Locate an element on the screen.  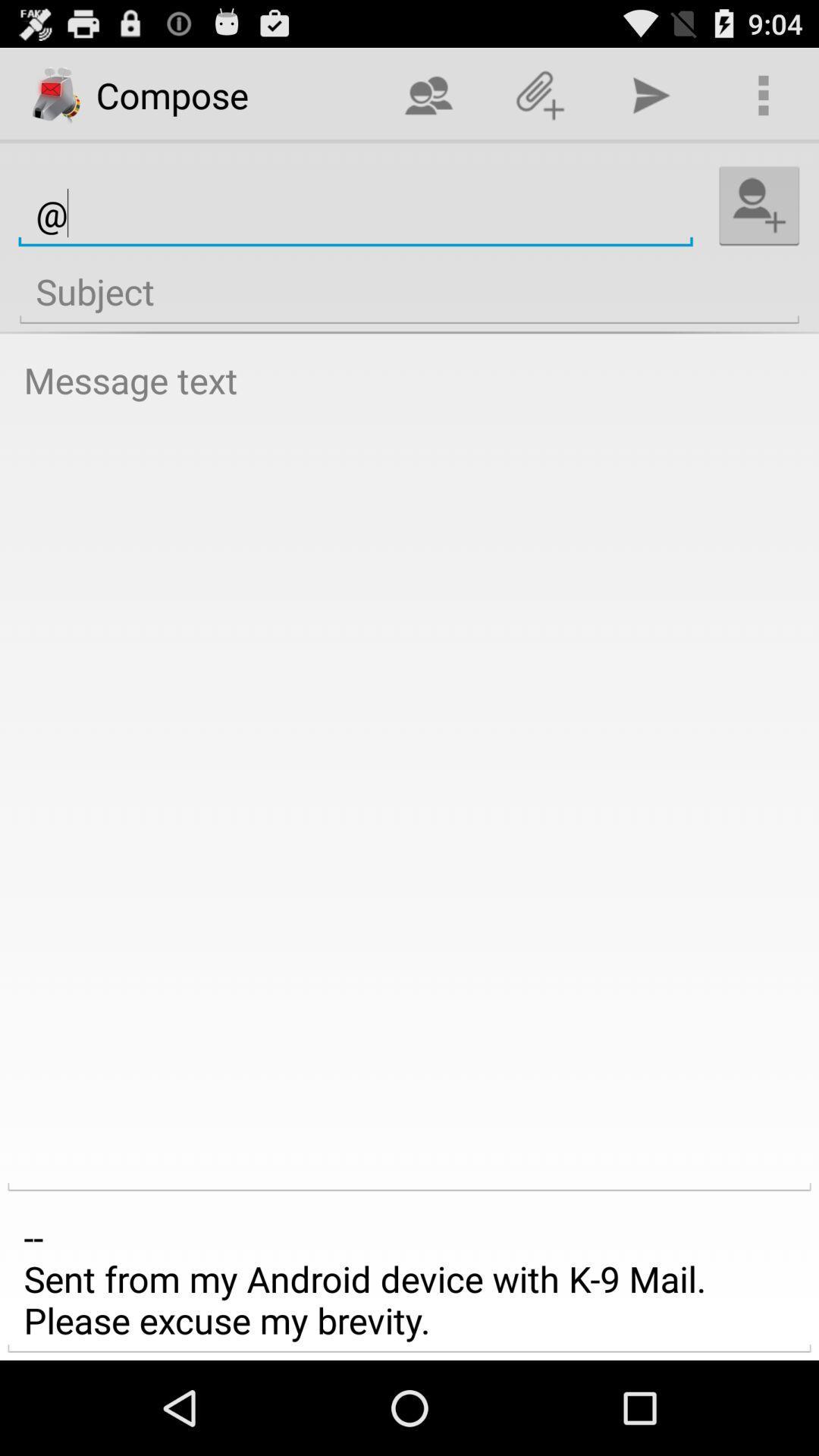
input message text is located at coordinates (409, 770).